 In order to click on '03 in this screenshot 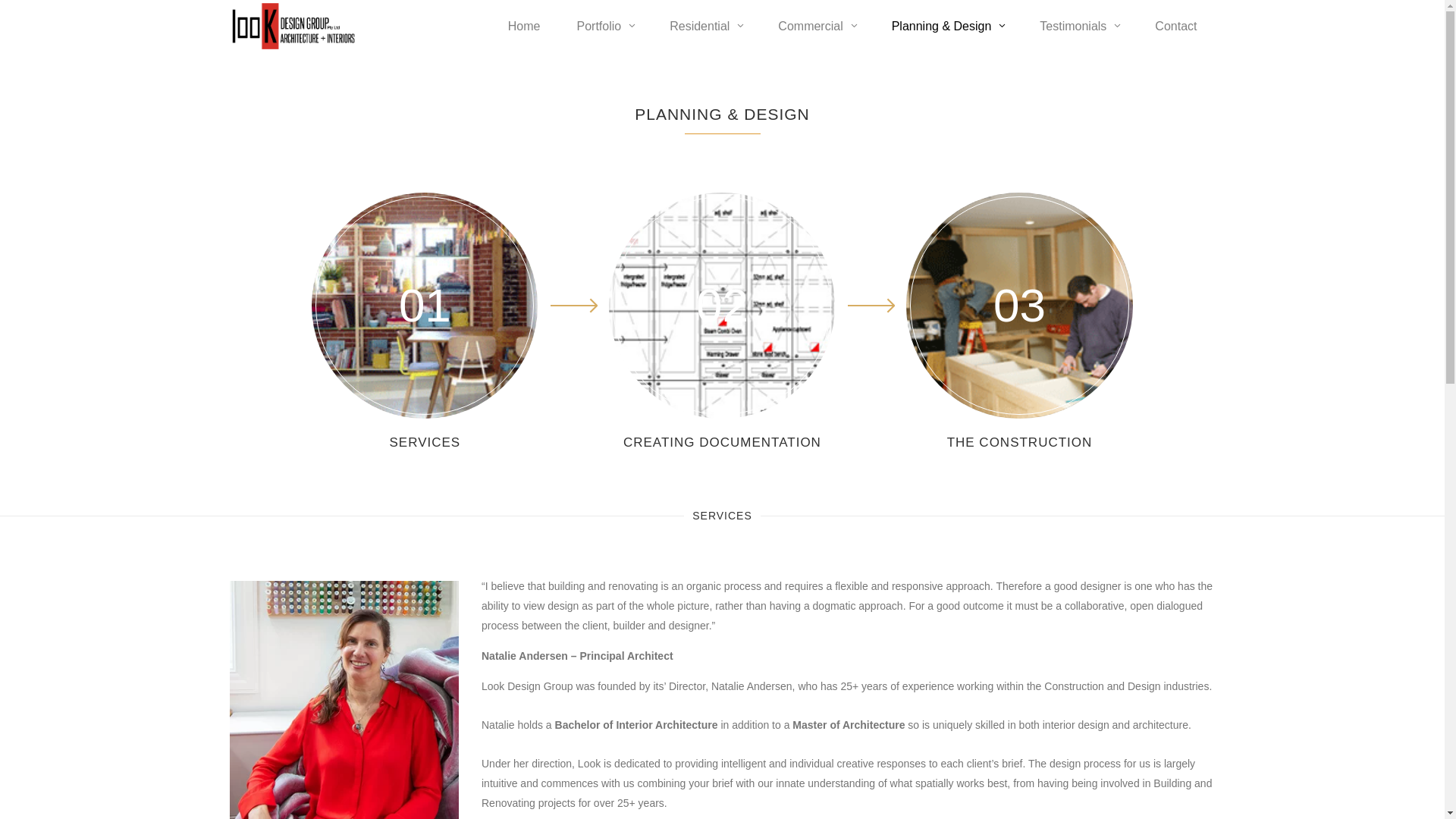, I will do `click(1019, 322)`.